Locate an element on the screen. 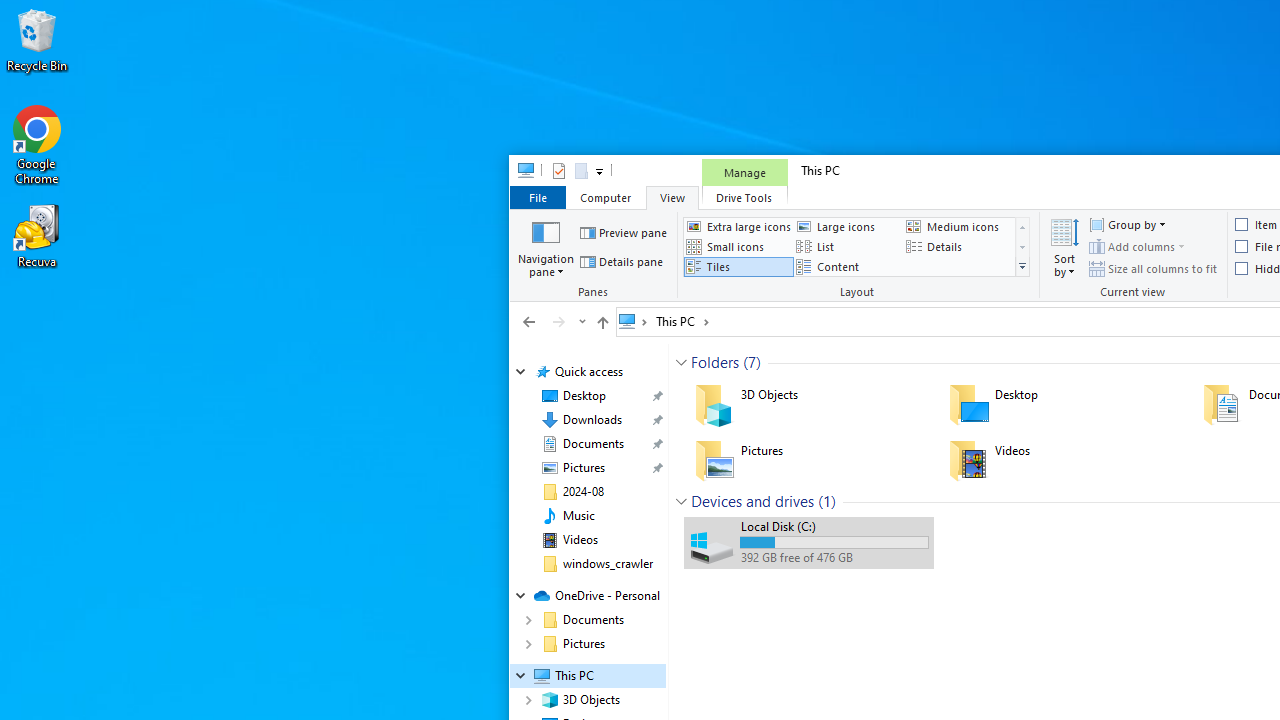 The height and width of the screenshot is (720, 1280). 'Large icons' is located at coordinates (848, 225).